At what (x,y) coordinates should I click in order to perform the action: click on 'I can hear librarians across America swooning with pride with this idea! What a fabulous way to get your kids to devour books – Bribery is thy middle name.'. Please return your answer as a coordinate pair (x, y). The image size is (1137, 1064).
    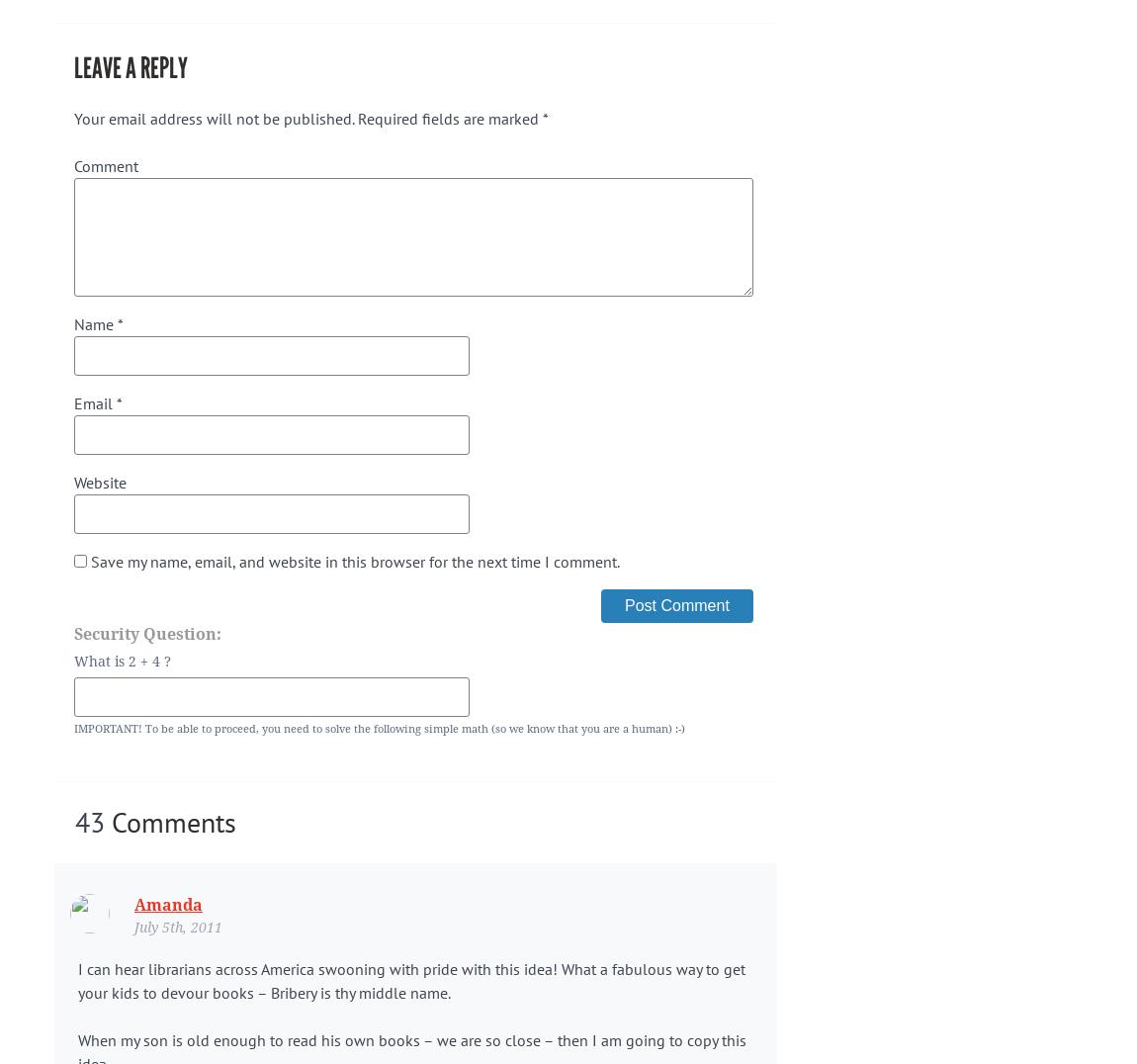
    Looking at the image, I should click on (77, 978).